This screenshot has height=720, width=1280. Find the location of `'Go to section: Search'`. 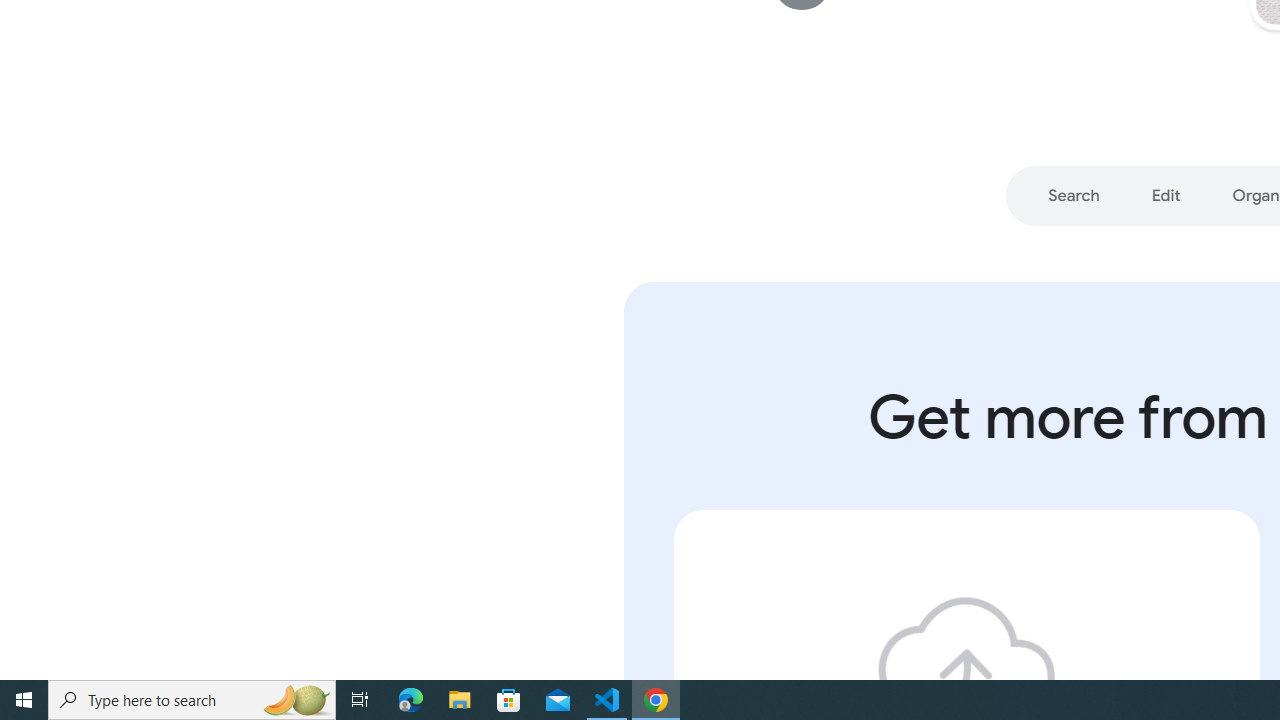

'Go to section: Search' is located at coordinates (1073, 196).